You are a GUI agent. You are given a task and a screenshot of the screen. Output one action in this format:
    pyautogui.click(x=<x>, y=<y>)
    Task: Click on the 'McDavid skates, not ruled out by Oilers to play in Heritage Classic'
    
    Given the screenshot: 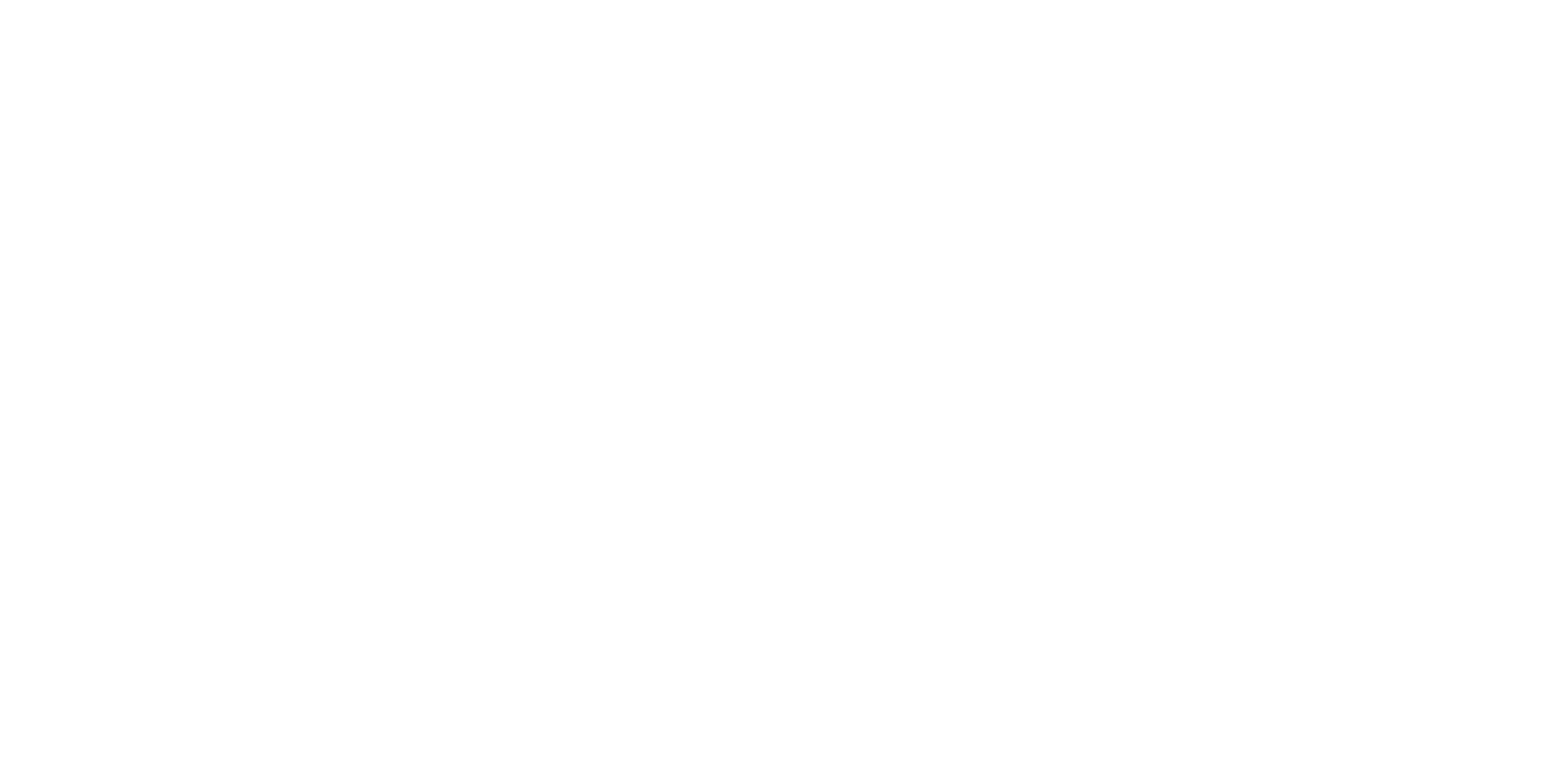 What is the action you would take?
    pyautogui.click(x=426, y=380)
    